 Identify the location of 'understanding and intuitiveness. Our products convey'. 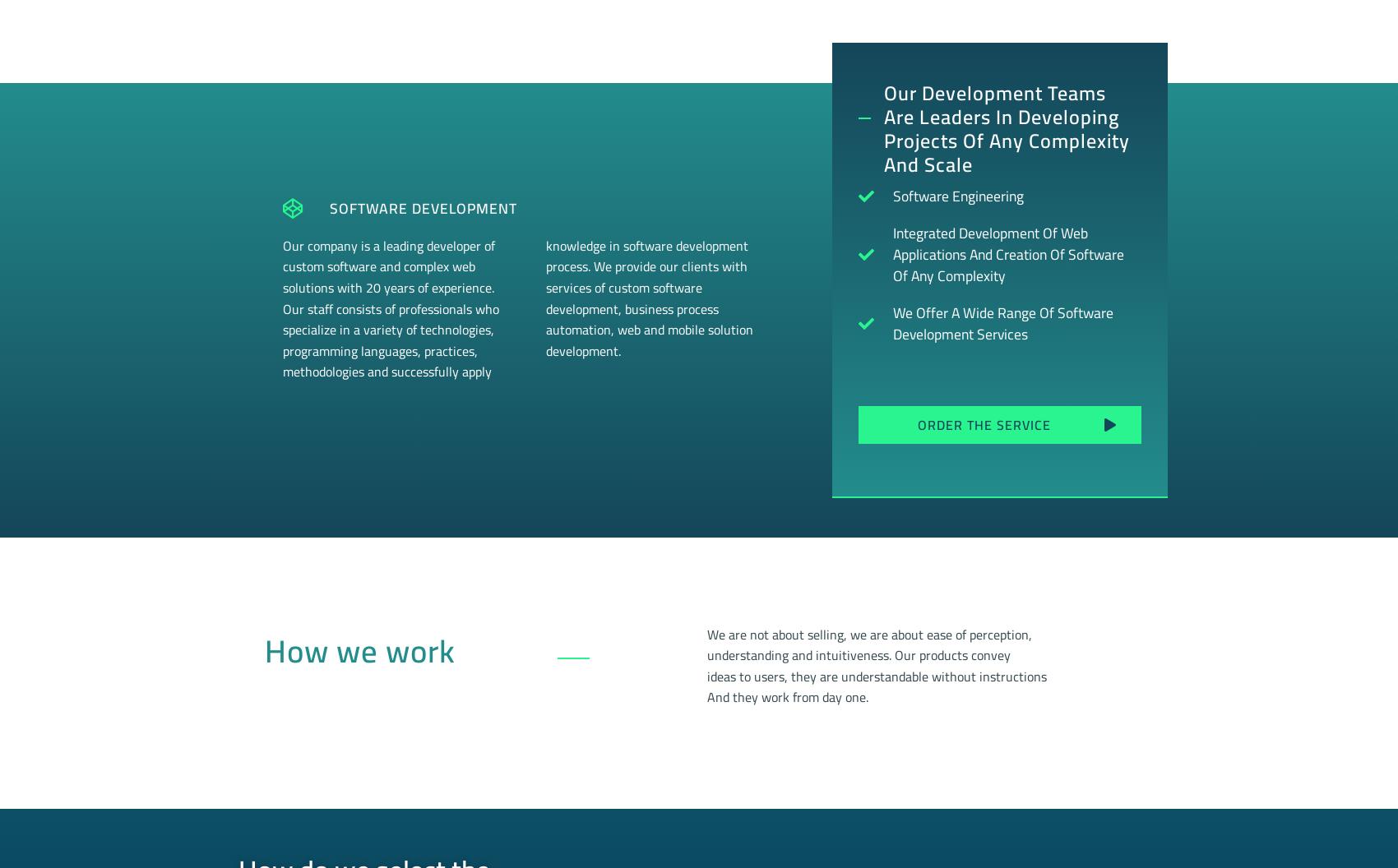
(858, 654).